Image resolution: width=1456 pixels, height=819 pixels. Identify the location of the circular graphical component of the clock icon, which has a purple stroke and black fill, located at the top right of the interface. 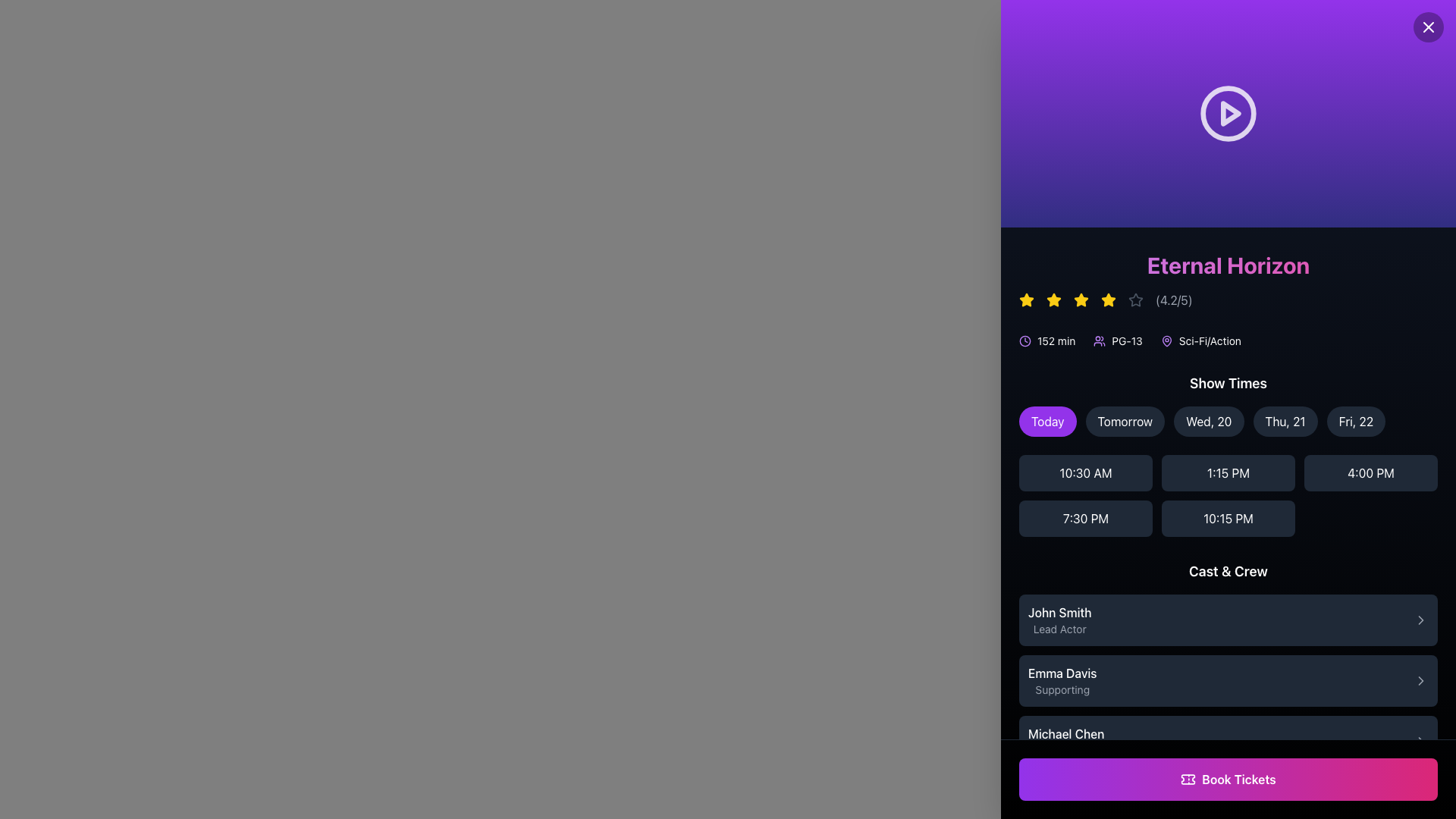
(1025, 341).